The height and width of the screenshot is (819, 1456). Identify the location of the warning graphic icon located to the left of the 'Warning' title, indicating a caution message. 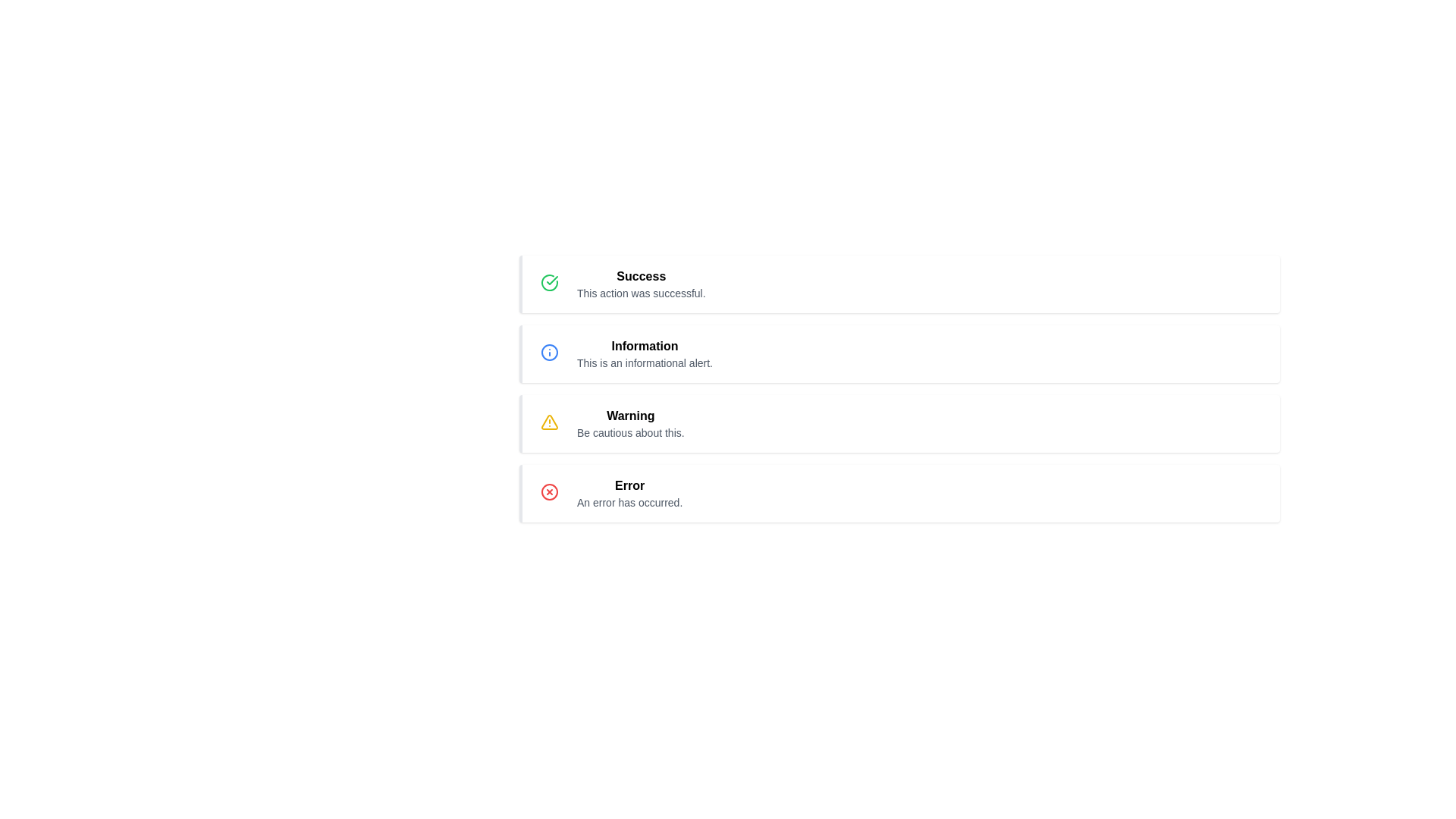
(548, 422).